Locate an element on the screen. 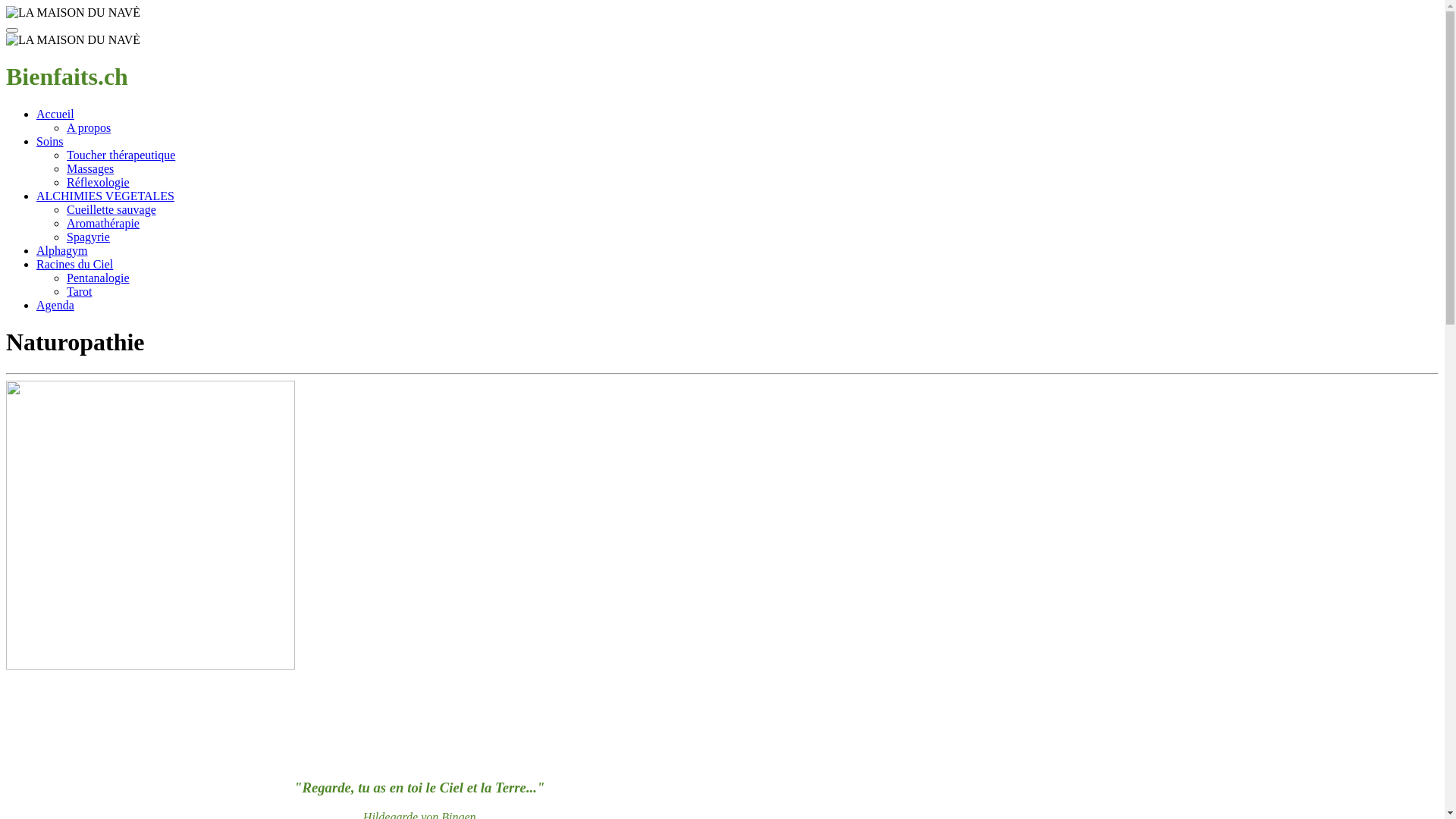 The image size is (1456, 819). 'Agenda' is located at coordinates (55, 305).